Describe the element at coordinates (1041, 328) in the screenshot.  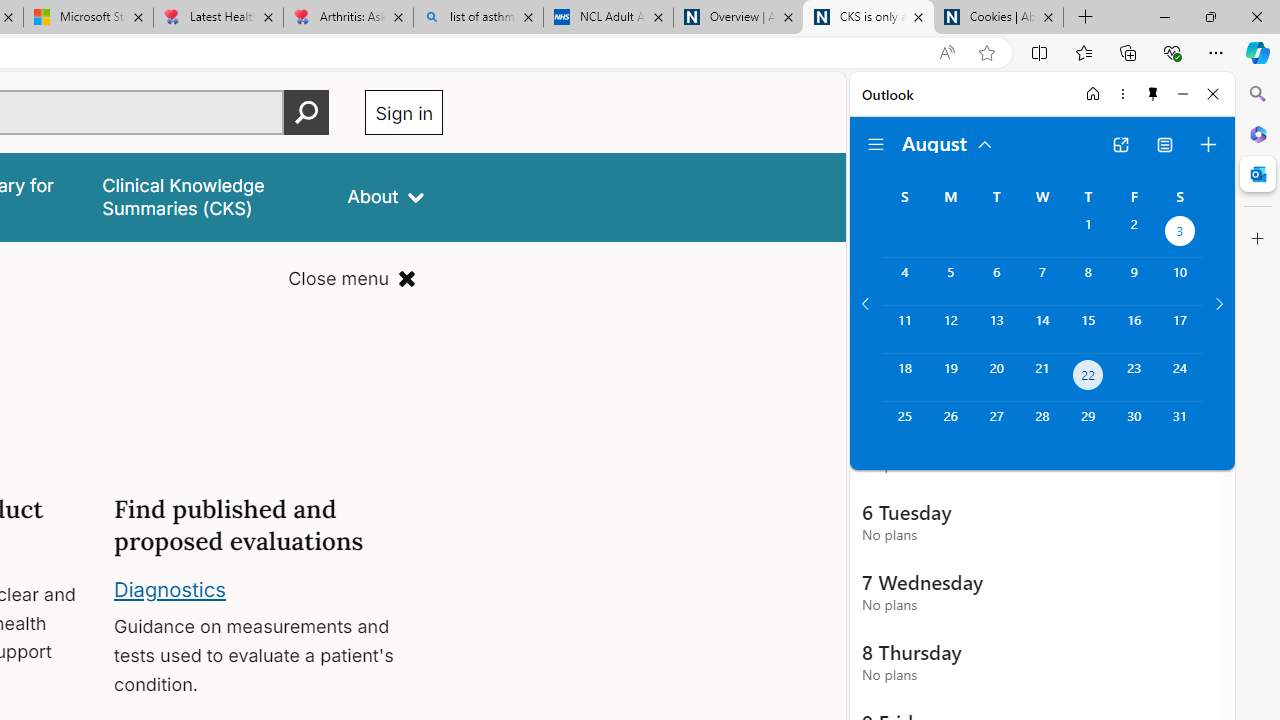
I see `'Wednesday, August 14, 2024. '` at that location.